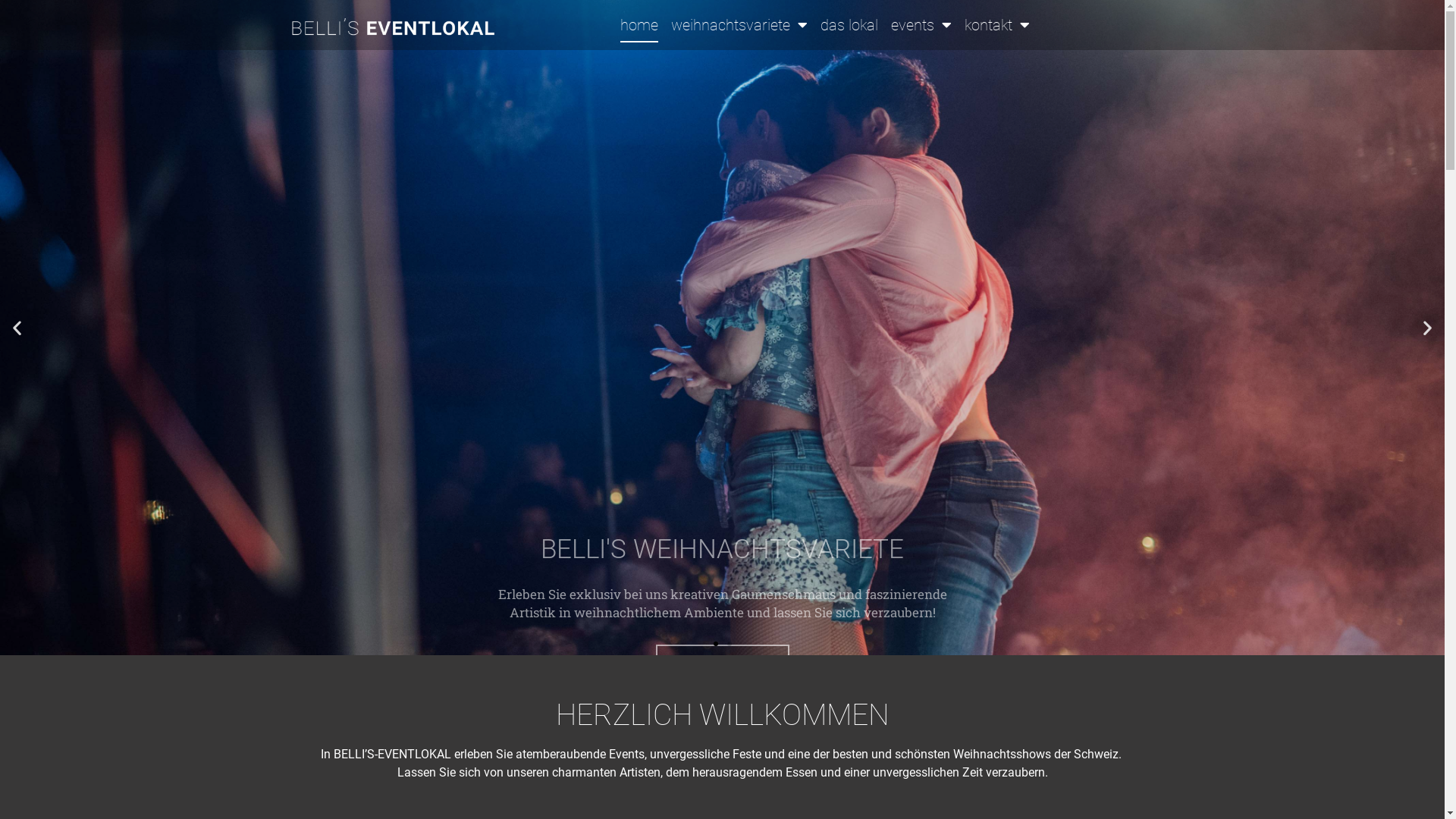 The height and width of the screenshot is (819, 1456). Describe the element at coordinates (920, 25) in the screenshot. I see `'events'` at that location.